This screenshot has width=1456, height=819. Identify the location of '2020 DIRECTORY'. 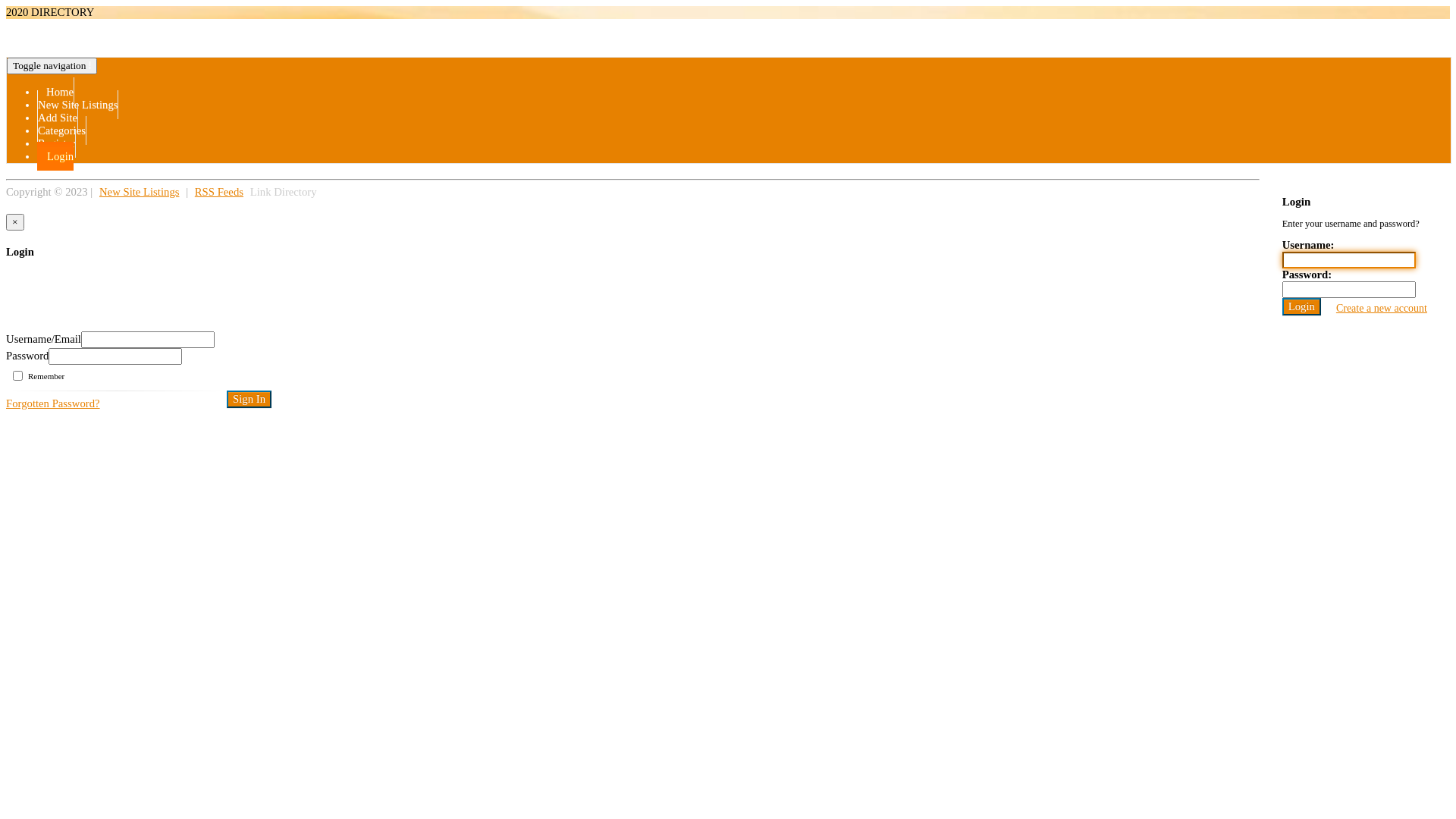
(50, 11).